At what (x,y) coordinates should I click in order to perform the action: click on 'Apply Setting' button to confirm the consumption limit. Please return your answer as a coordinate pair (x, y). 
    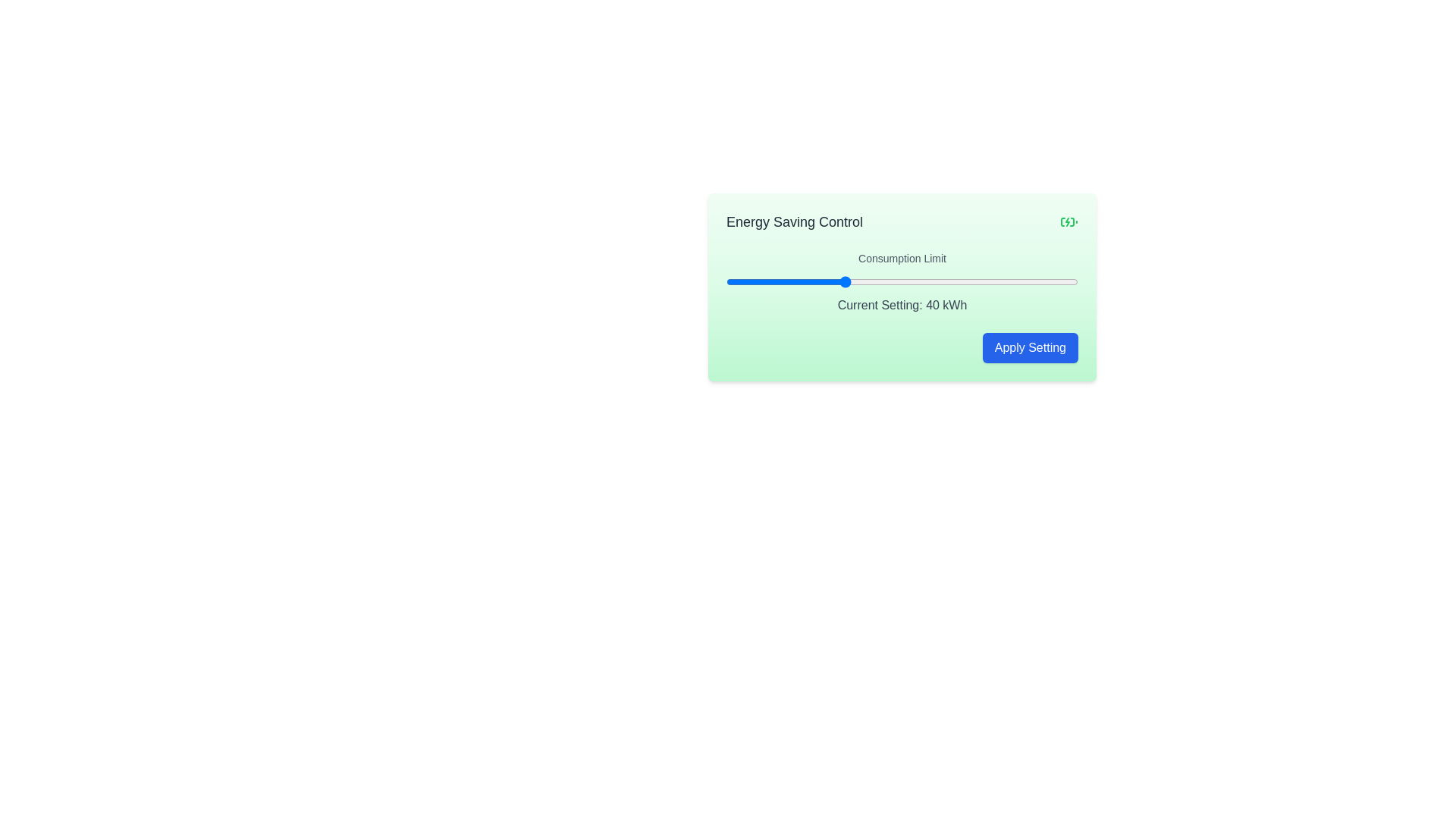
    Looking at the image, I should click on (1030, 348).